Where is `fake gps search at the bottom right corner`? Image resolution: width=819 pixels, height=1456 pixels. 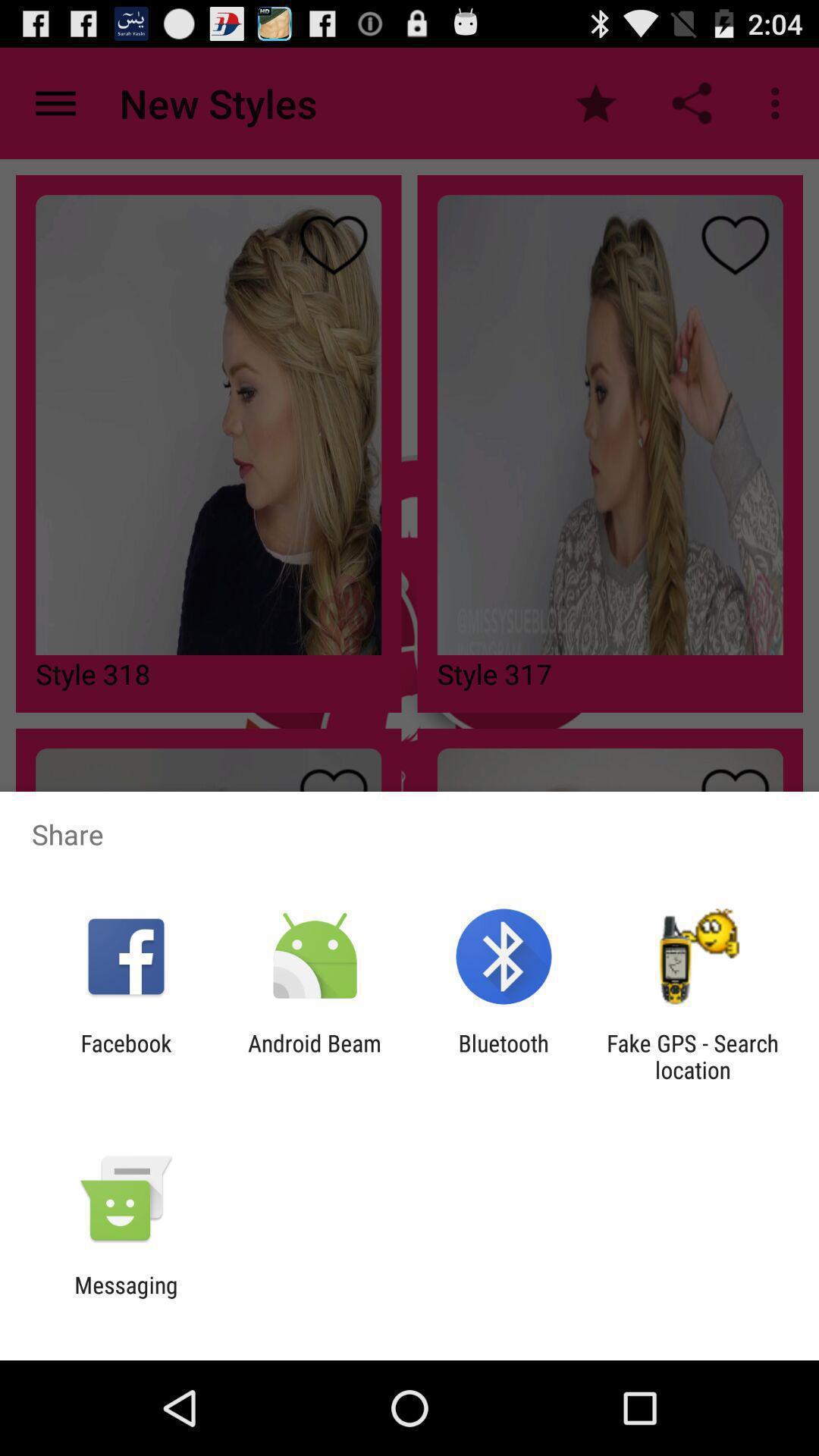
fake gps search at the bottom right corner is located at coordinates (692, 1056).